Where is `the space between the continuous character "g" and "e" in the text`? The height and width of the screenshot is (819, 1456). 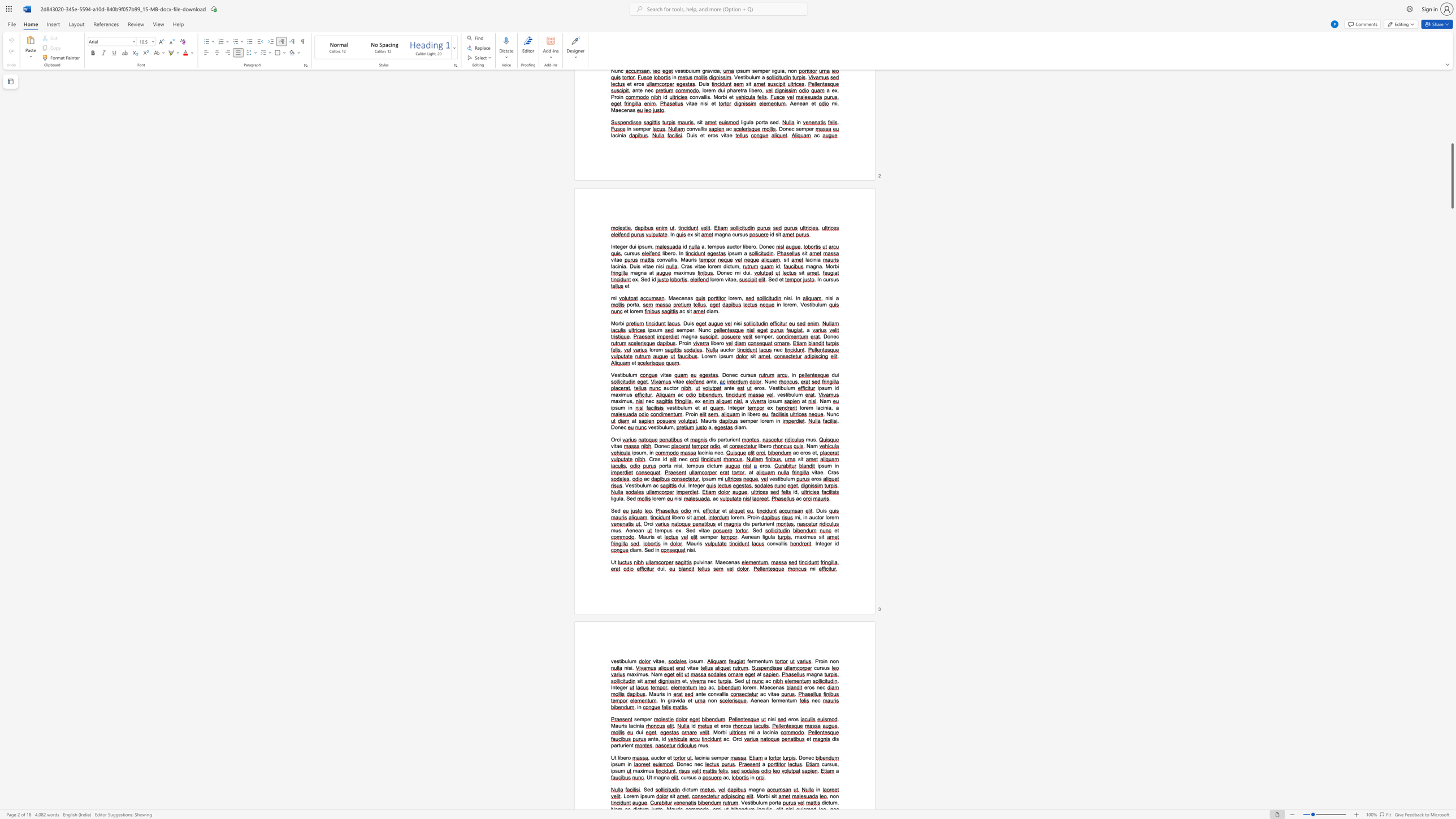
the space between the continuous character "g" and "e" in the text is located at coordinates (826, 543).